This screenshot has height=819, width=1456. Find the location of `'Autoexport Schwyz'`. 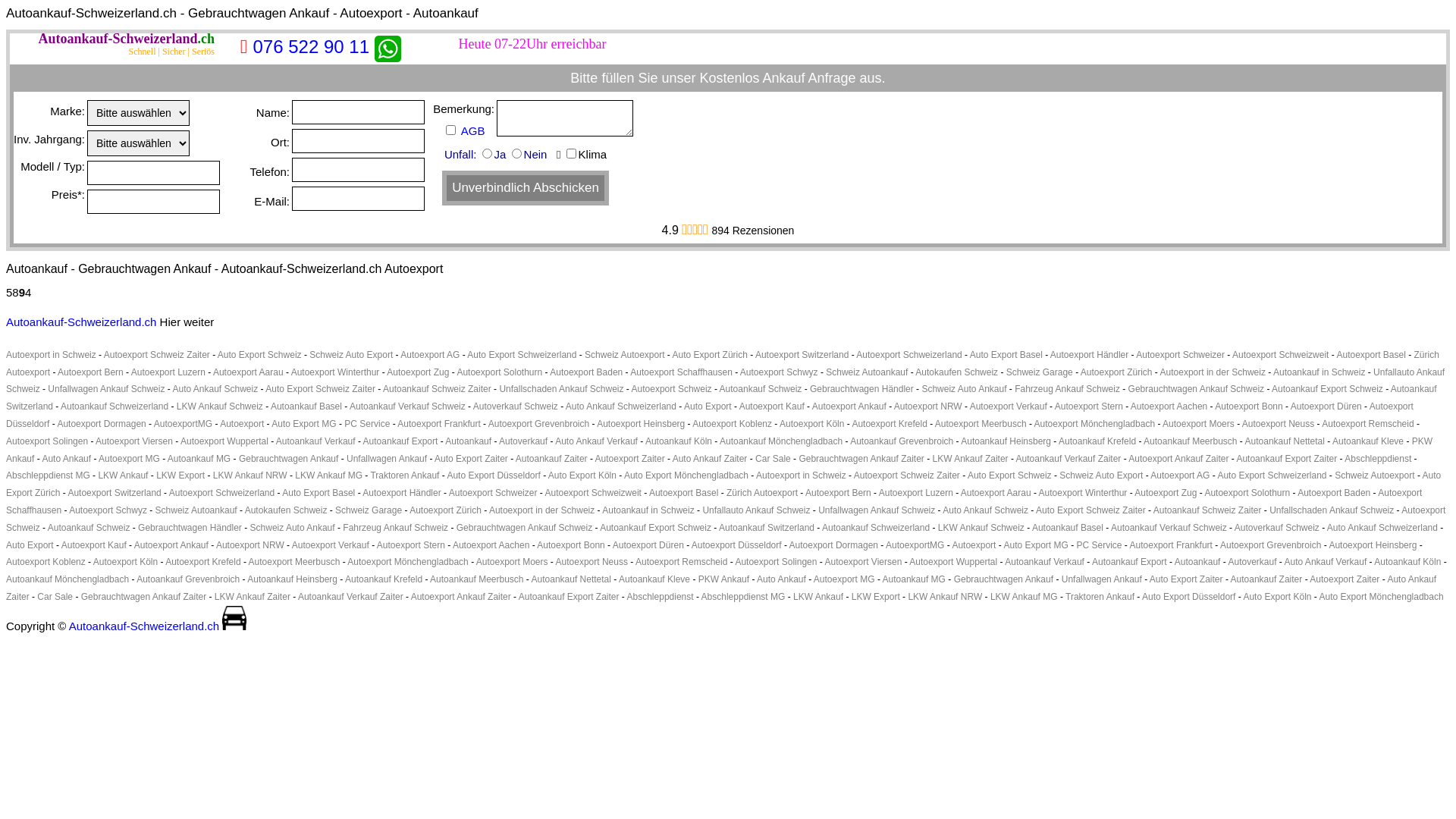

'Autoexport Schwyz' is located at coordinates (779, 372).